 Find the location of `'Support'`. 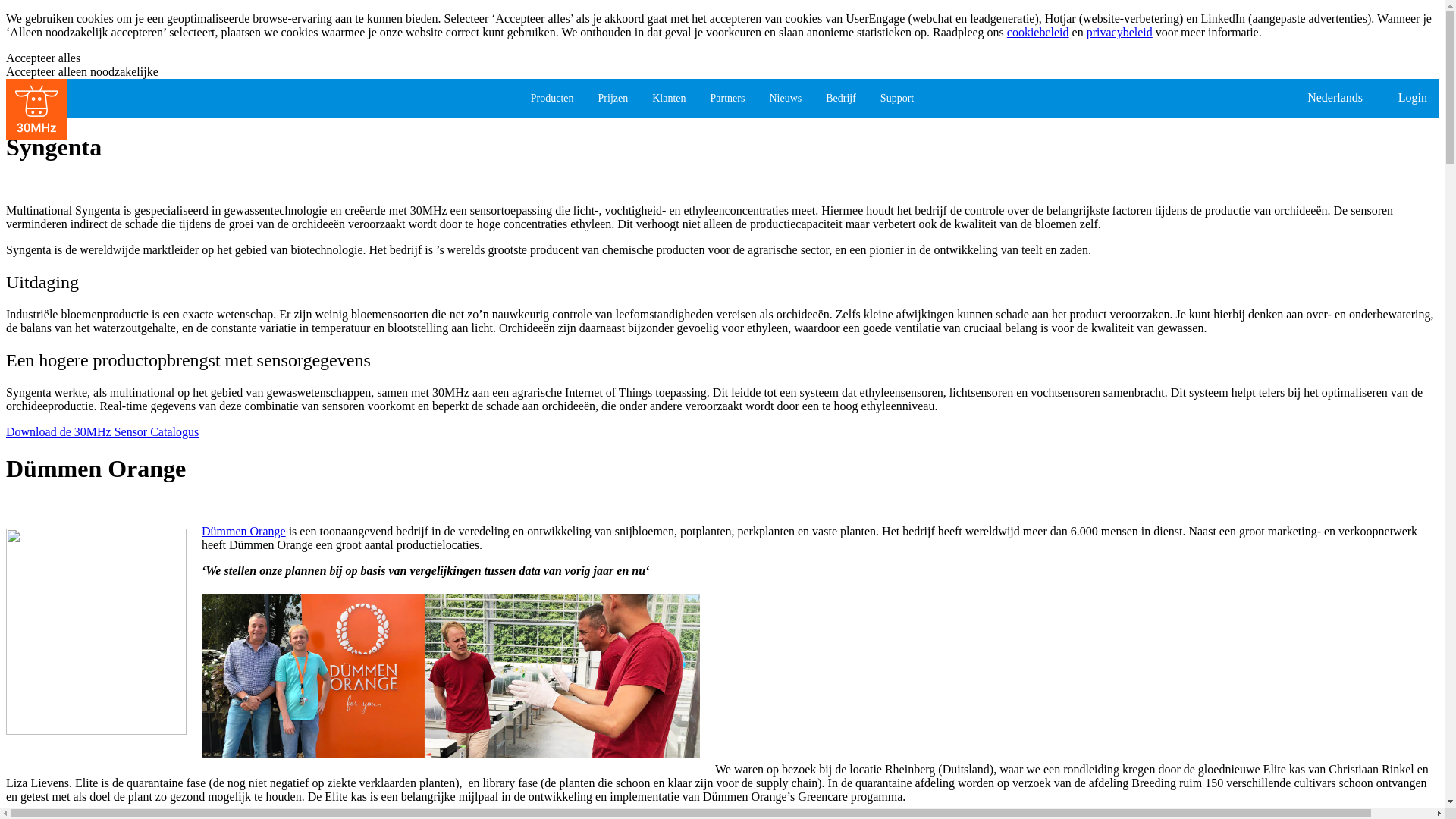

'Support' is located at coordinates (896, 99).